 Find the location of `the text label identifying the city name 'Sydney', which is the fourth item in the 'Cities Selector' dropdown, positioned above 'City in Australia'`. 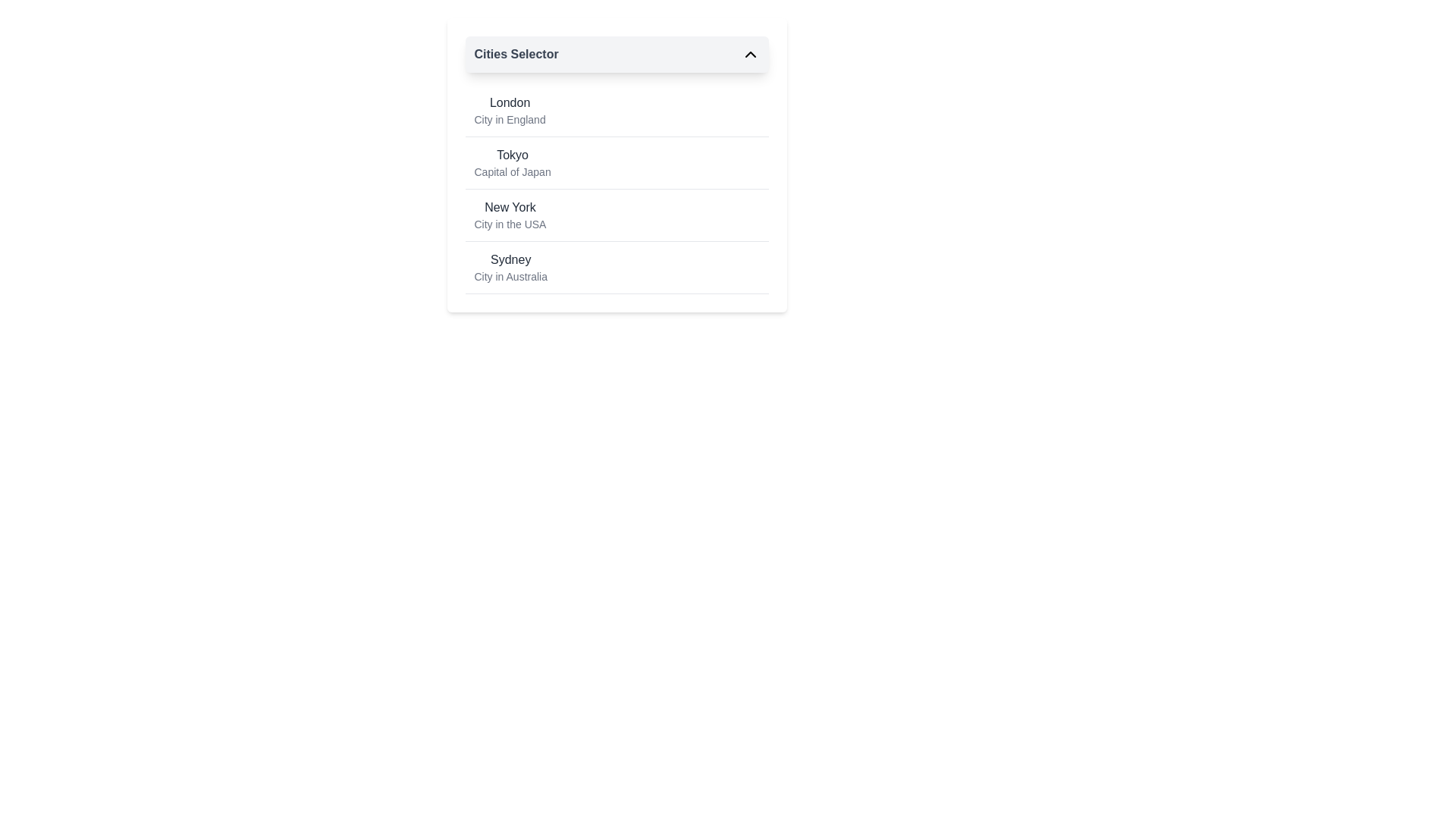

the text label identifying the city name 'Sydney', which is the fourth item in the 'Cities Selector' dropdown, positioned above 'City in Australia' is located at coordinates (510, 259).